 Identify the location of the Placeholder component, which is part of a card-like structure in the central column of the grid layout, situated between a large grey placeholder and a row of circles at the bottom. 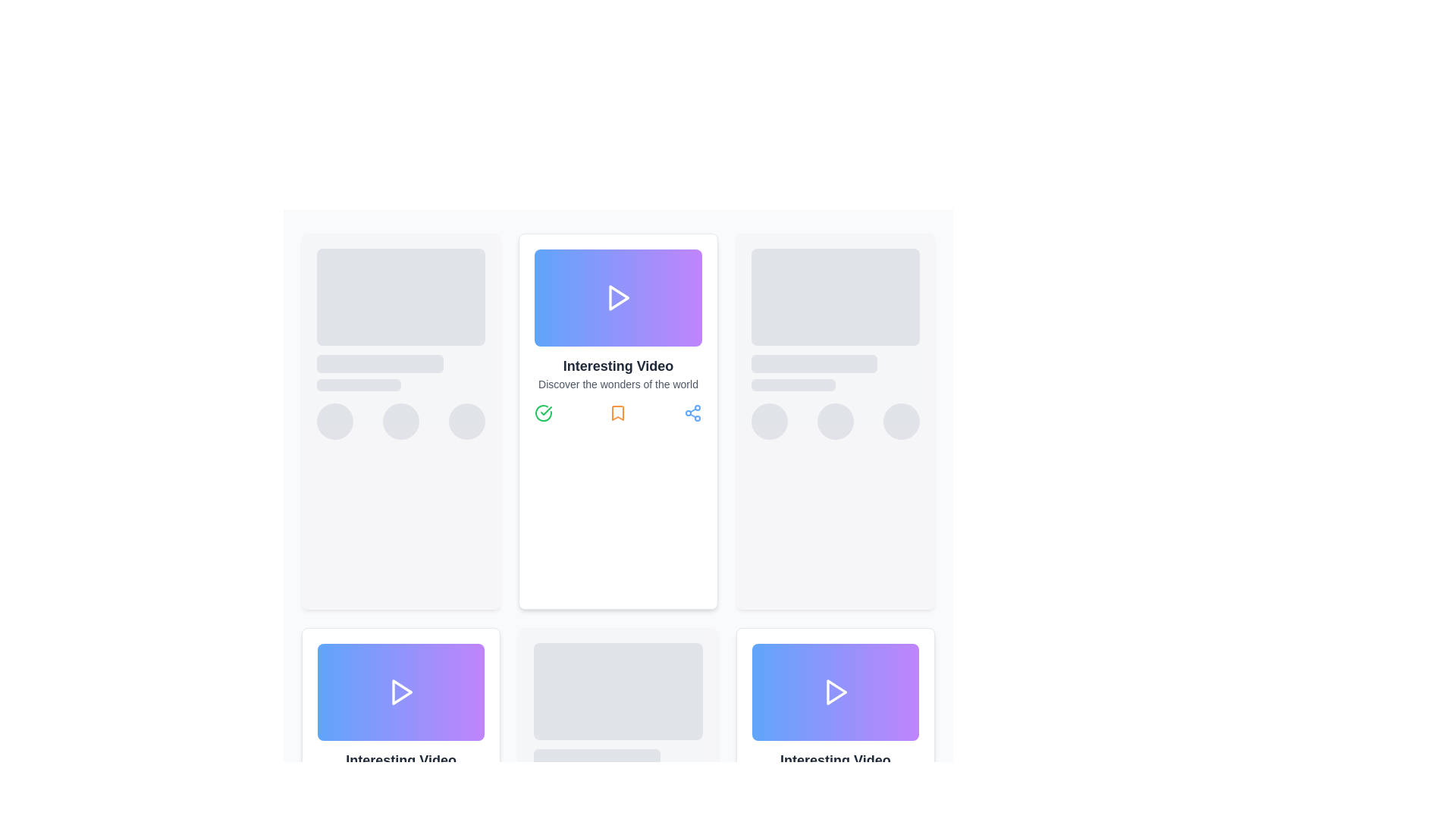
(401, 373).